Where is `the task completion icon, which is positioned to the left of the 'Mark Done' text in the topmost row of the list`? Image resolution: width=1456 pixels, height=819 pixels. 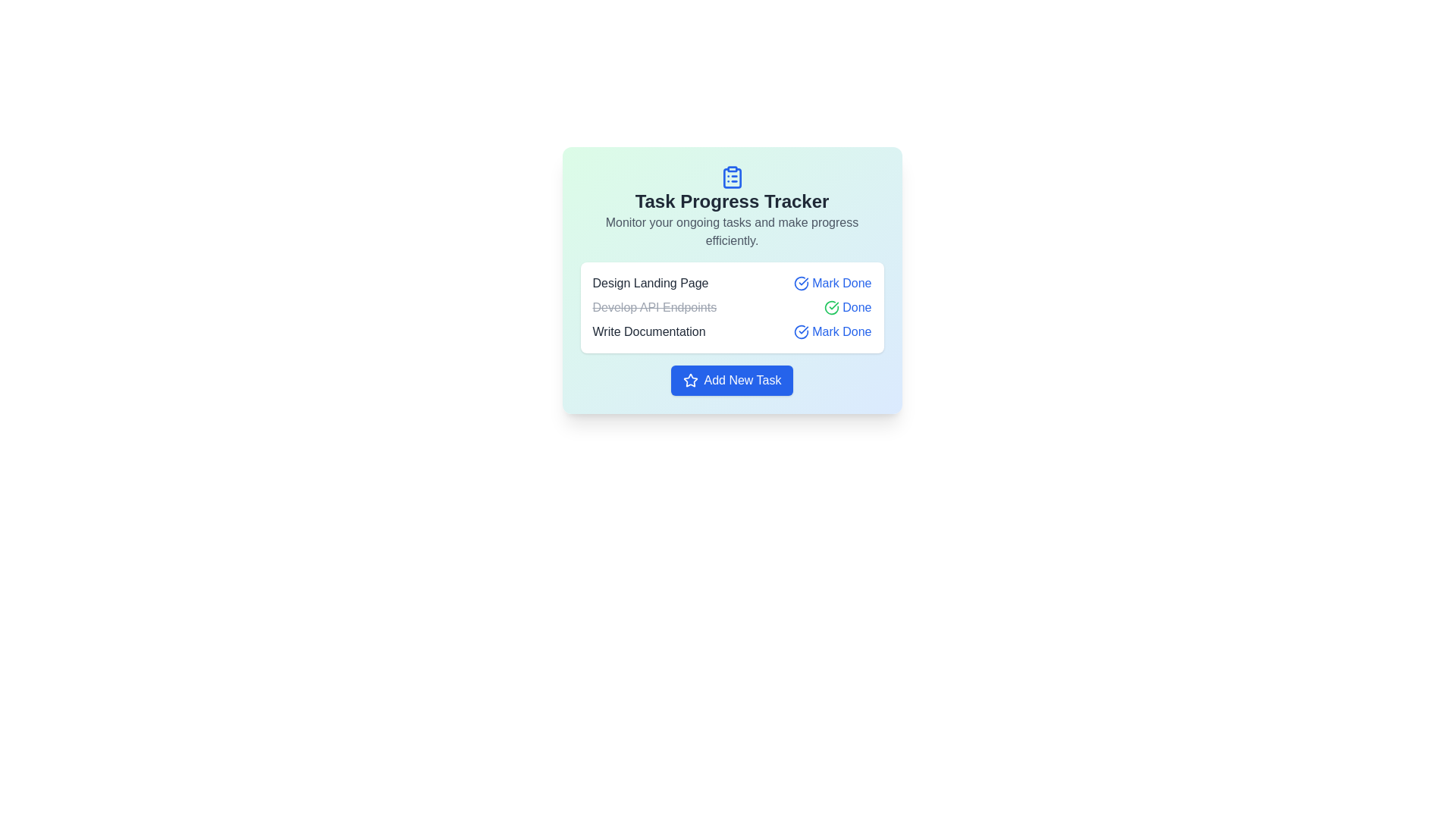 the task completion icon, which is positioned to the left of the 'Mark Done' text in the topmost row of the list is located at coordinates (801, 331).